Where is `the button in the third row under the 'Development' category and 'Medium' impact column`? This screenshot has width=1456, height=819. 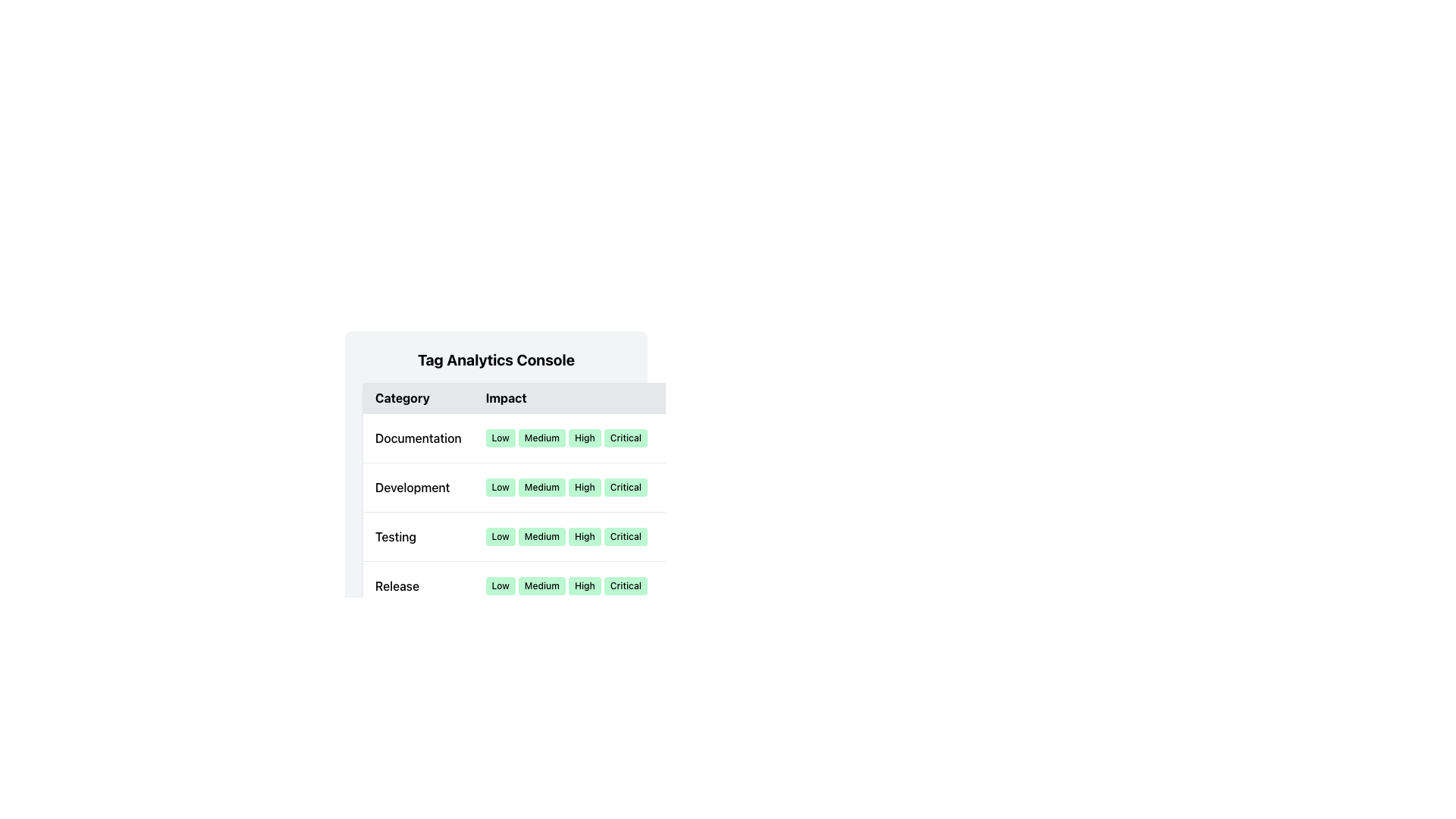
the button in the third row under the 'Development' category and 'Medium' impact column is located at coordinates (545, 497).